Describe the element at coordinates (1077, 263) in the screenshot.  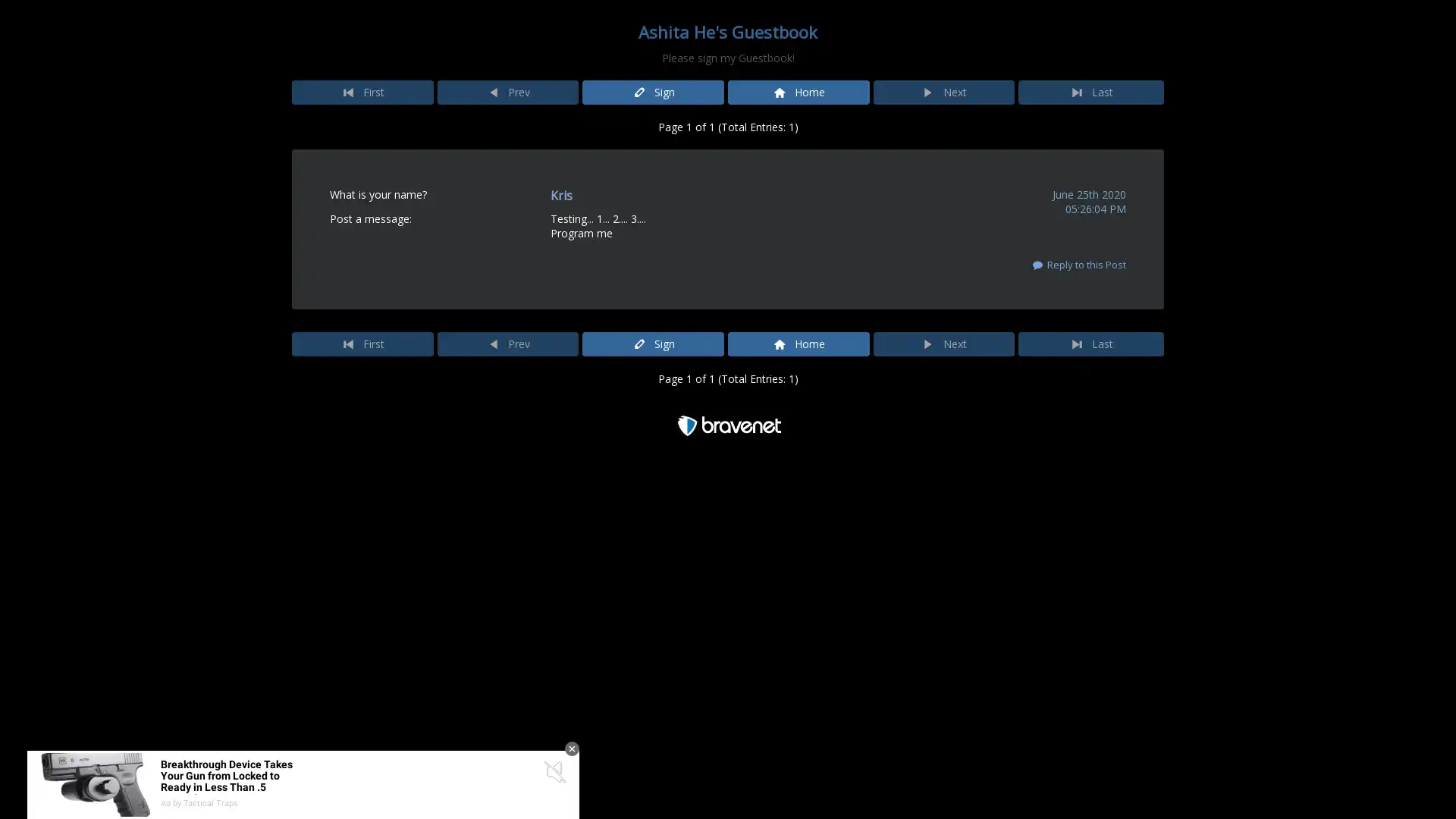
I see `Reply to this Post` at that location.